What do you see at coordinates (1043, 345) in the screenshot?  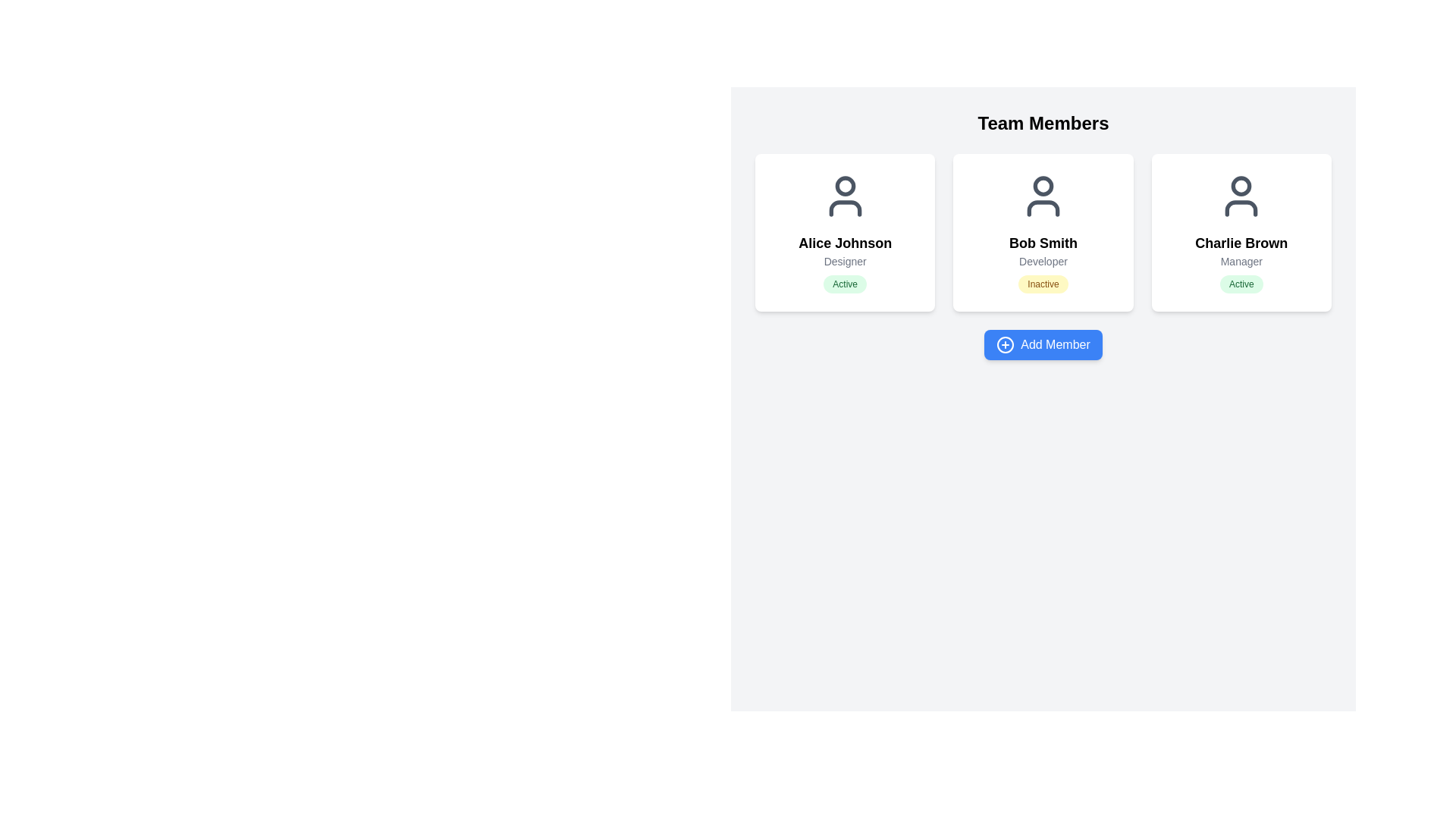 I see `the button located below the user cards 'Alice Johnson', 'Bob Smith', and 'Charlie Brown' in the 'Team Members' section` at bounding box center [1043, 345].